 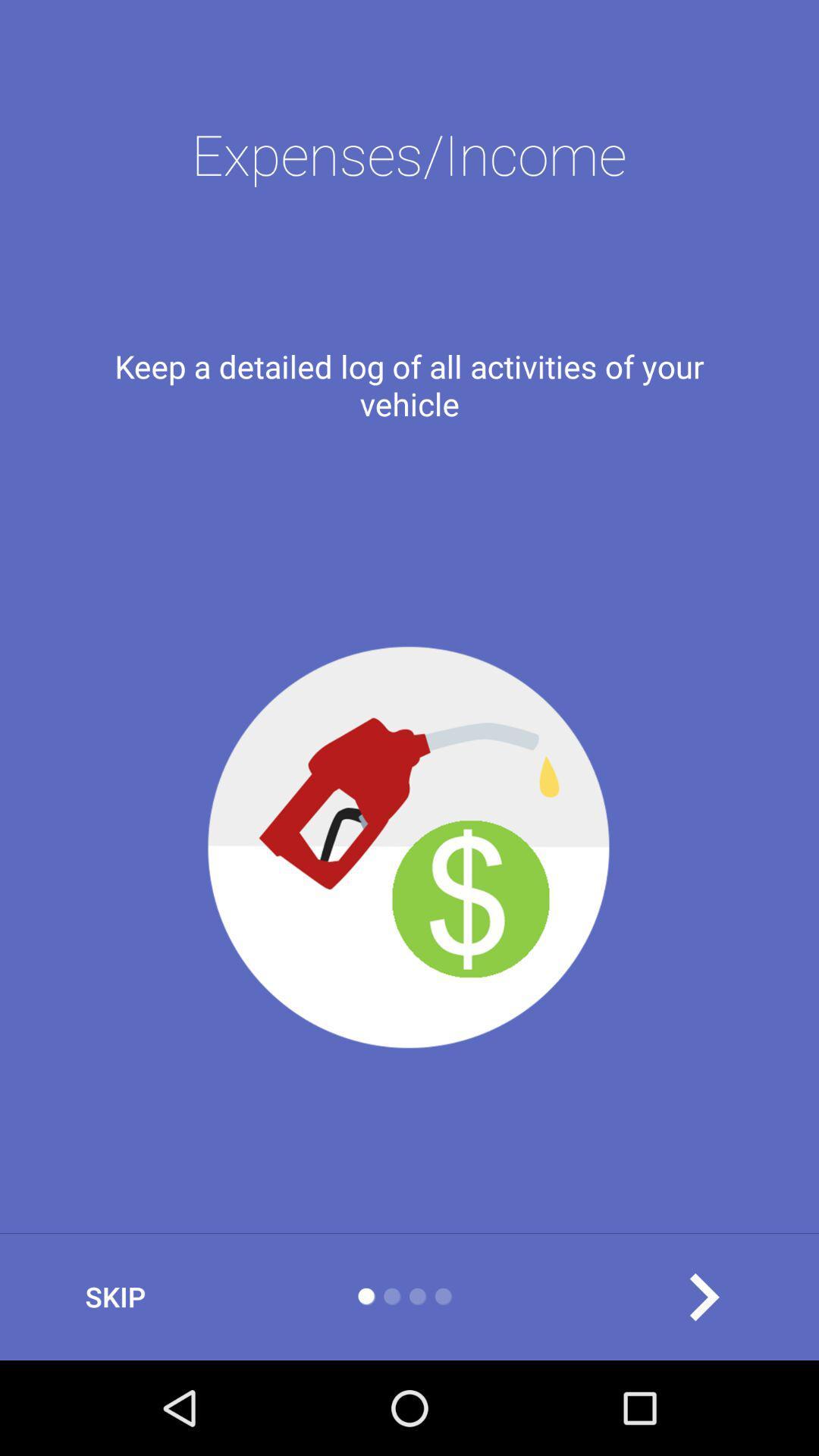 What do you see at coordinates (115, 1296) in the screenshot?
I see `the skip item` at bounding box center [115, 1296].